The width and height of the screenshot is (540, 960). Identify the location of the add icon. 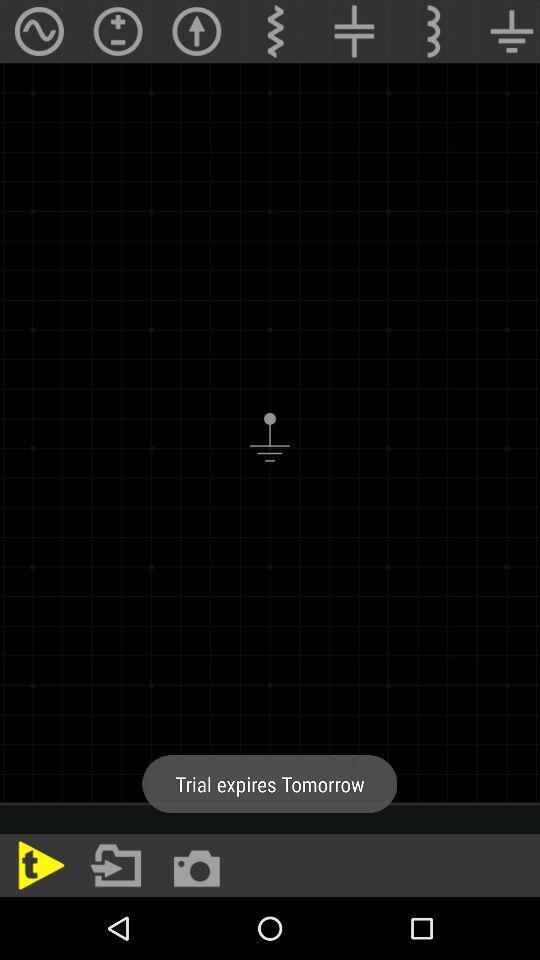
(353, 32).